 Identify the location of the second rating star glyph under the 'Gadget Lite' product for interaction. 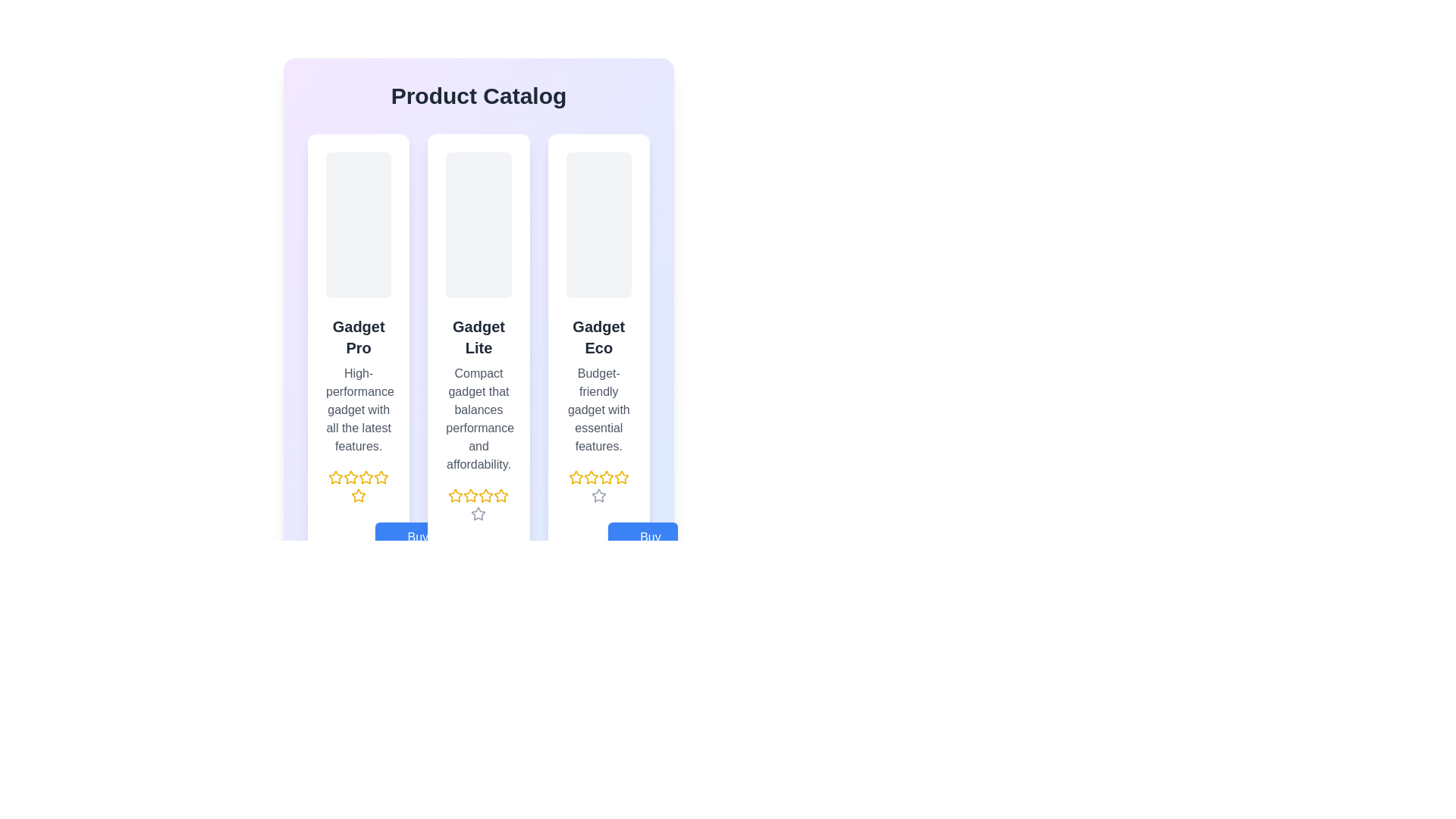
(455, 495).